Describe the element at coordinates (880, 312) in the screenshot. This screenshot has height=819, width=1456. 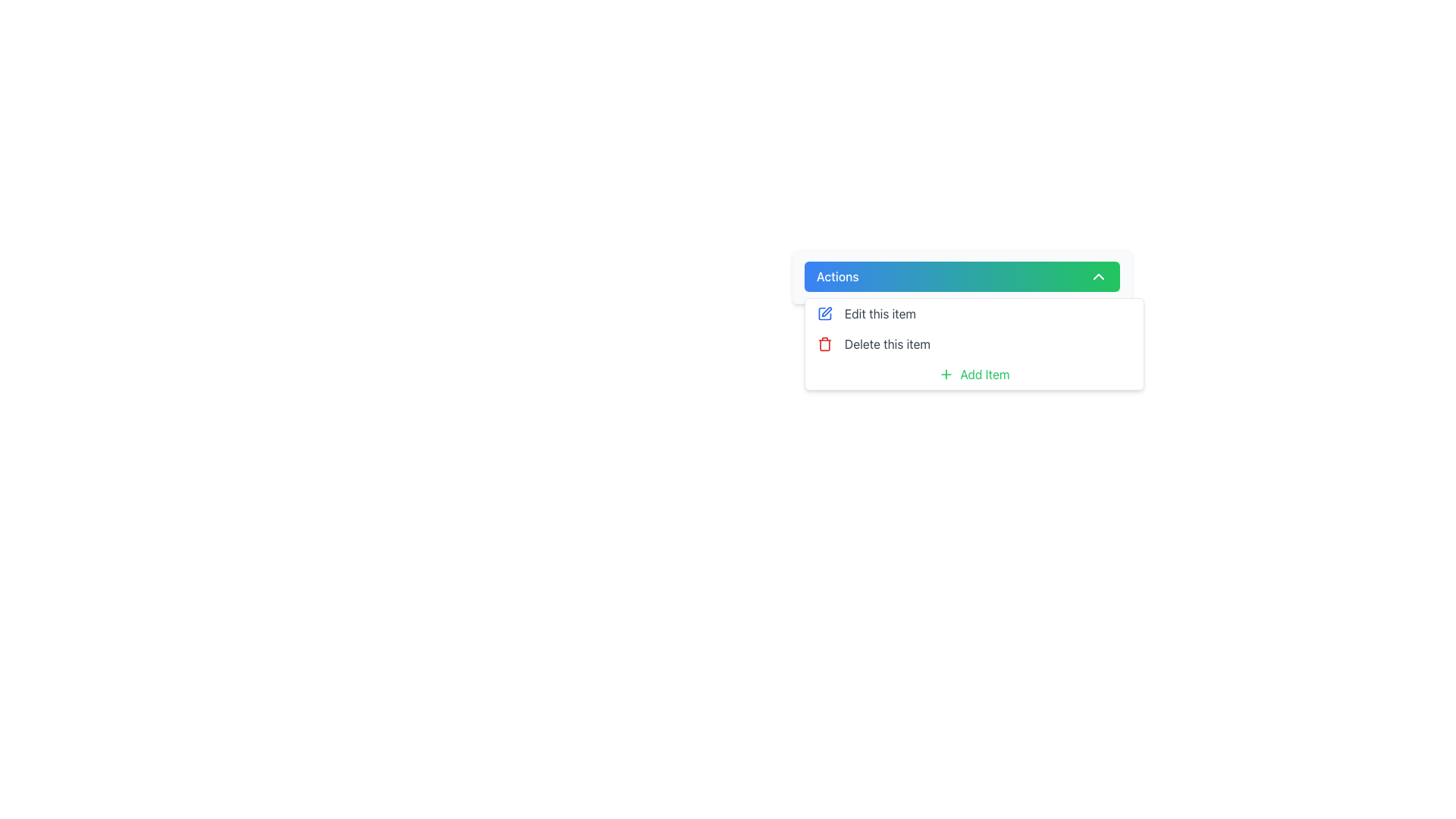
I see `the static text label 'Edit this item' located in the dropdown menu under the 'Actions' section` at that location.